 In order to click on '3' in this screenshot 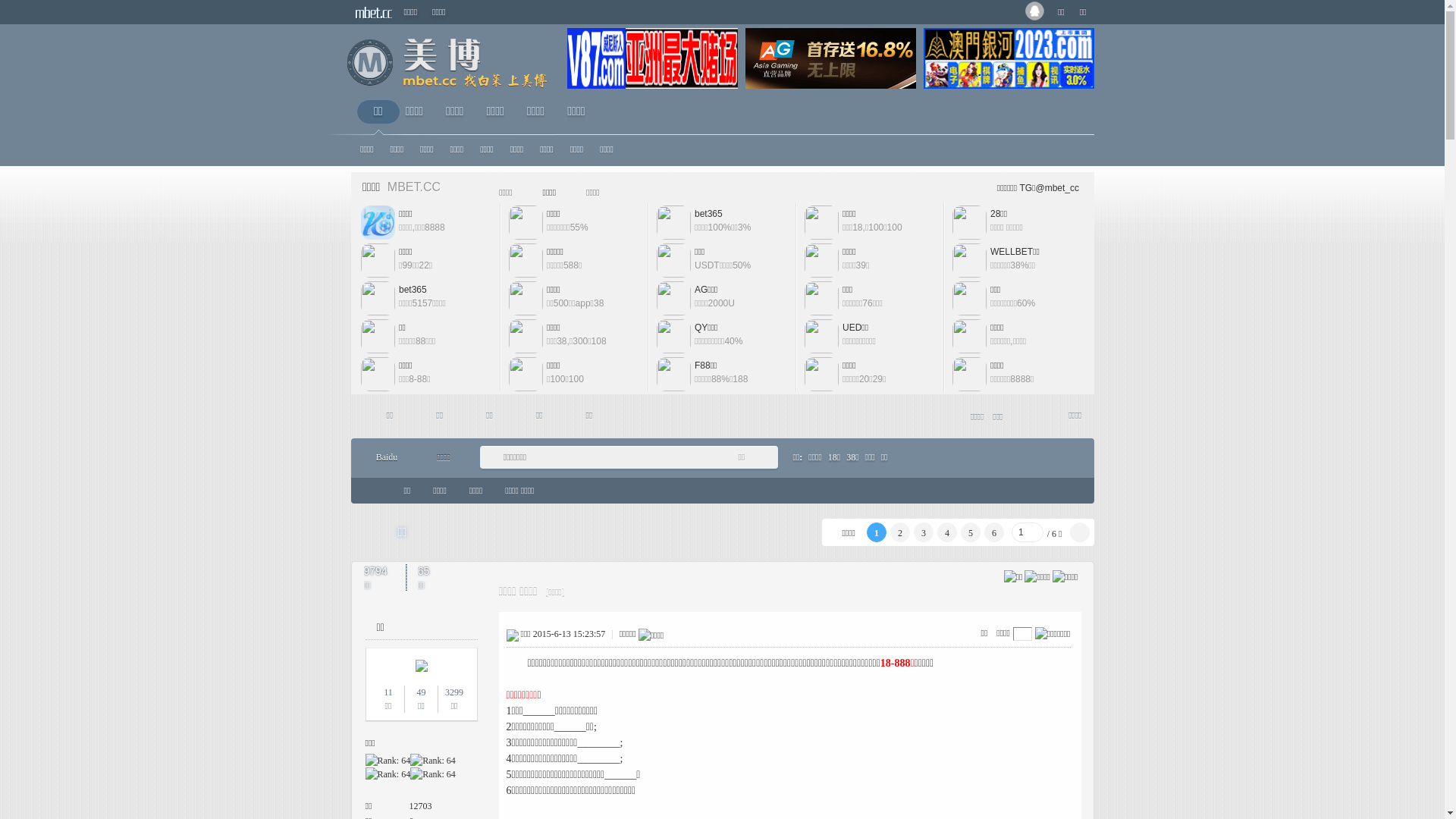, I will do `click(923, 532)`.